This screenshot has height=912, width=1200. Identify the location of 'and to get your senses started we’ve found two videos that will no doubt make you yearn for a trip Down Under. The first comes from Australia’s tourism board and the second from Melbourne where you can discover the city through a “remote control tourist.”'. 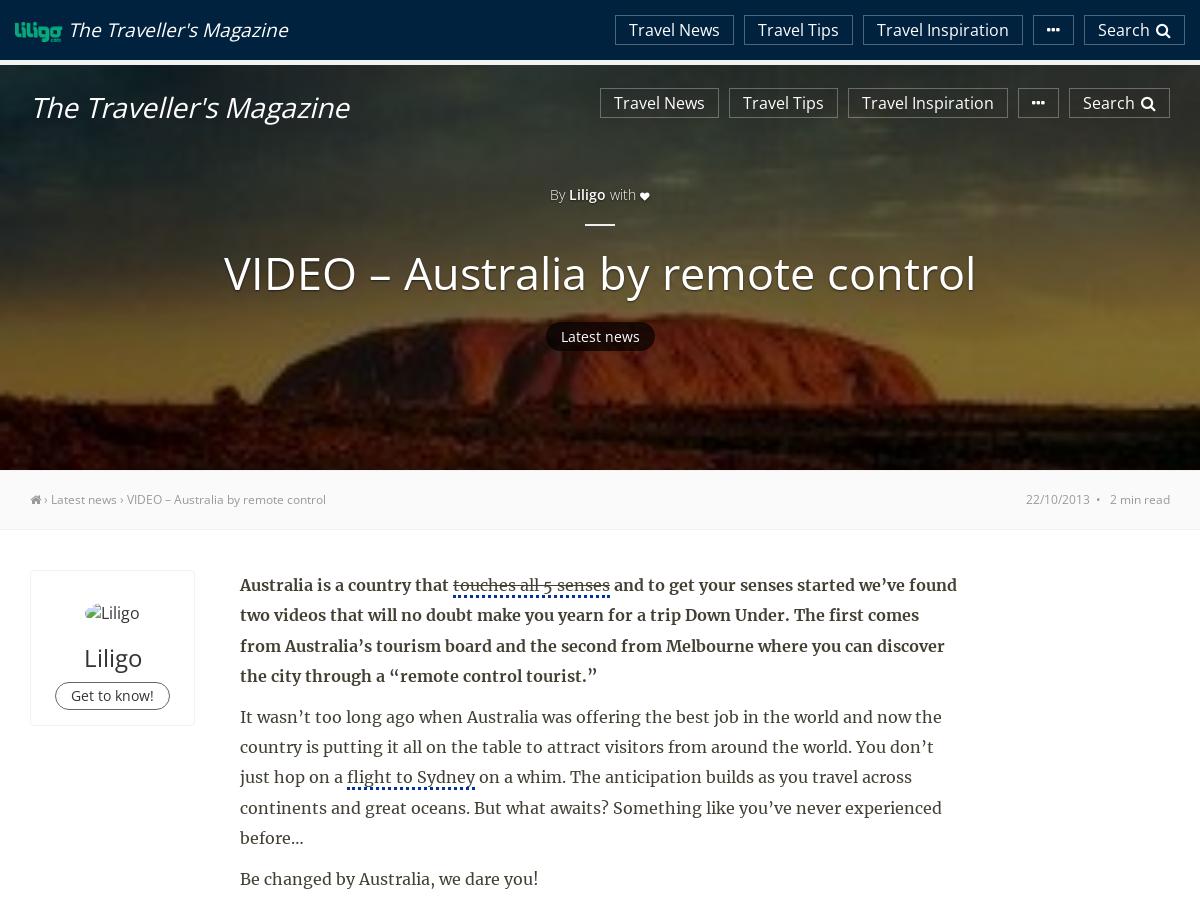
(597, 630).